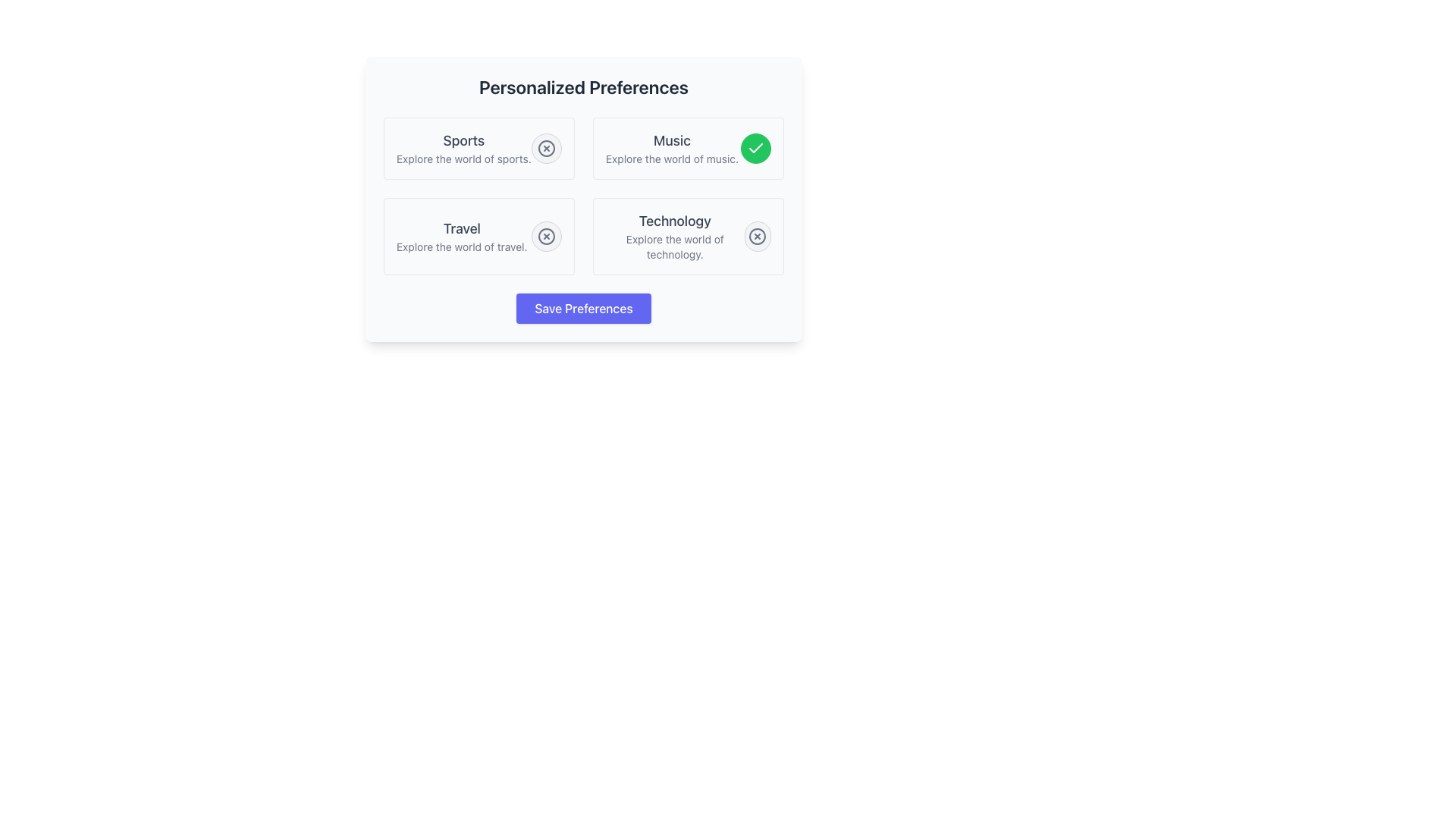 This screenshot has height=819, width=1456. What do you see at coordinates (674, 246) in the screenshot?
I see `the descriptive subheading text element located in the 'Technology' section, situated directly below the larger and bold 'Technology' title in the bottom-right corner of the interface` at bounding box center [674, 246].